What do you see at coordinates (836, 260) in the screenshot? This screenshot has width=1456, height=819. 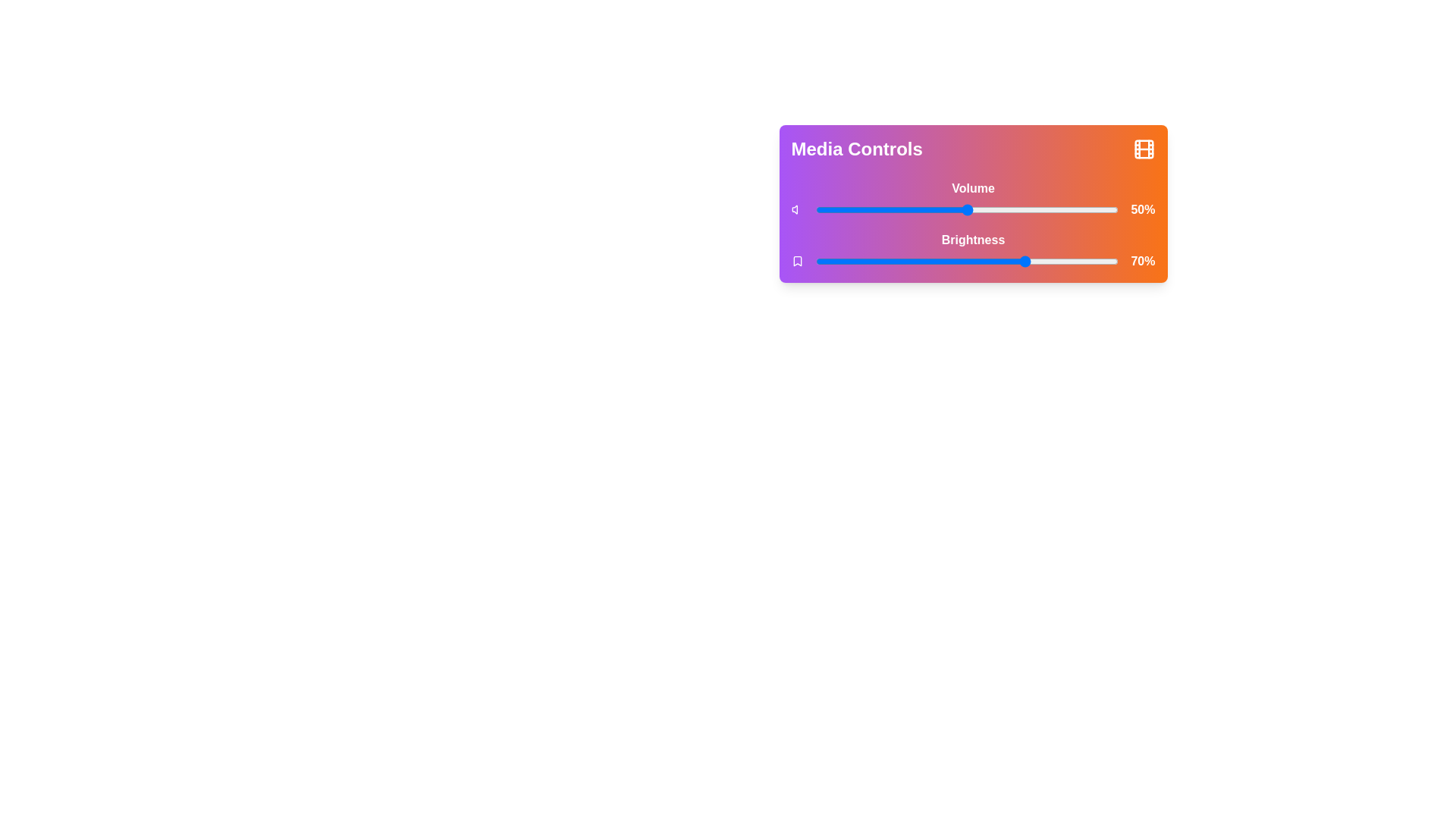 I see `the brightness slider to 7%` at bounding box center [836, 260].